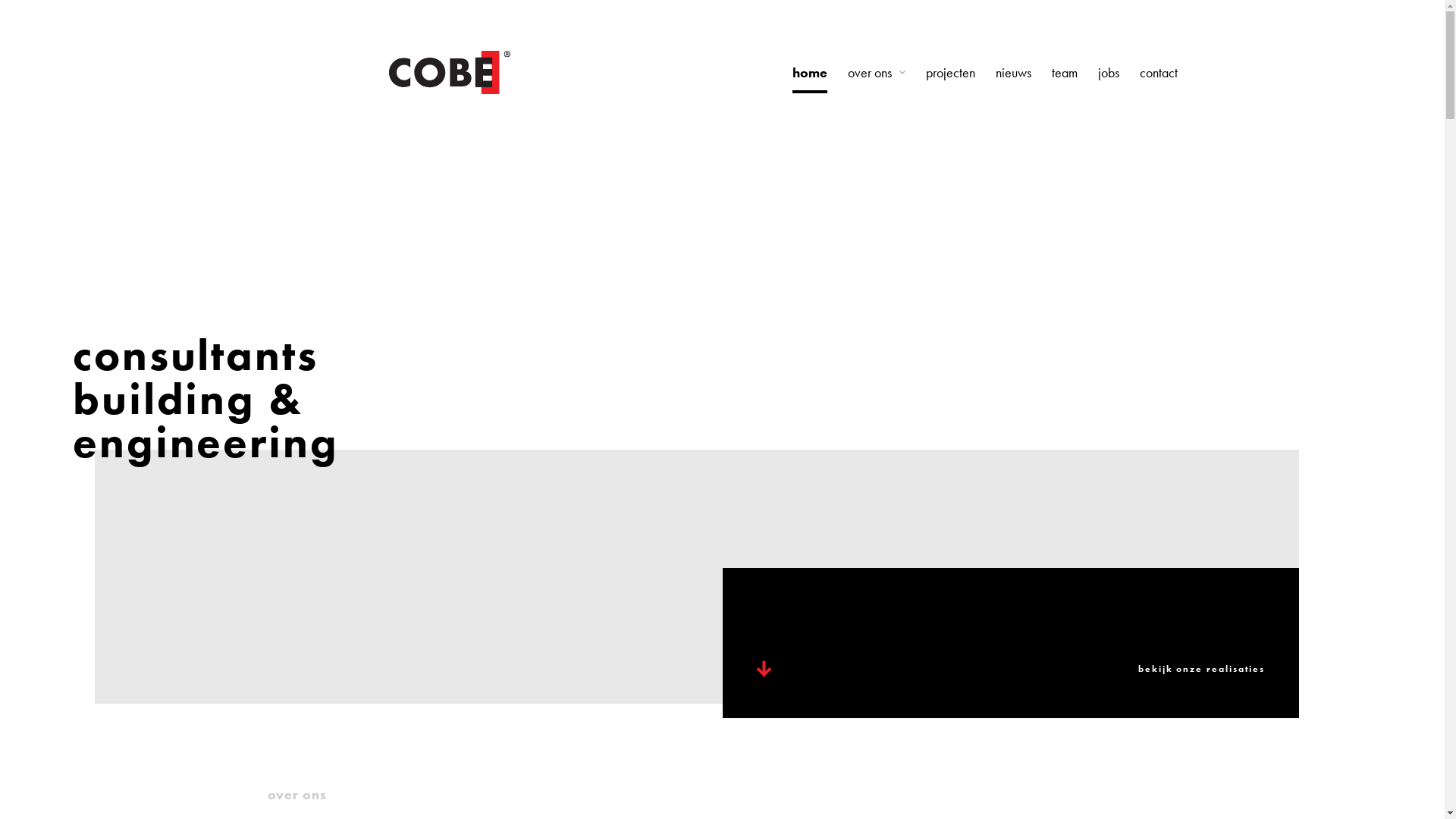 The image size is (1456, 819). I want to click on 'nieuws', so click(1012, 73).